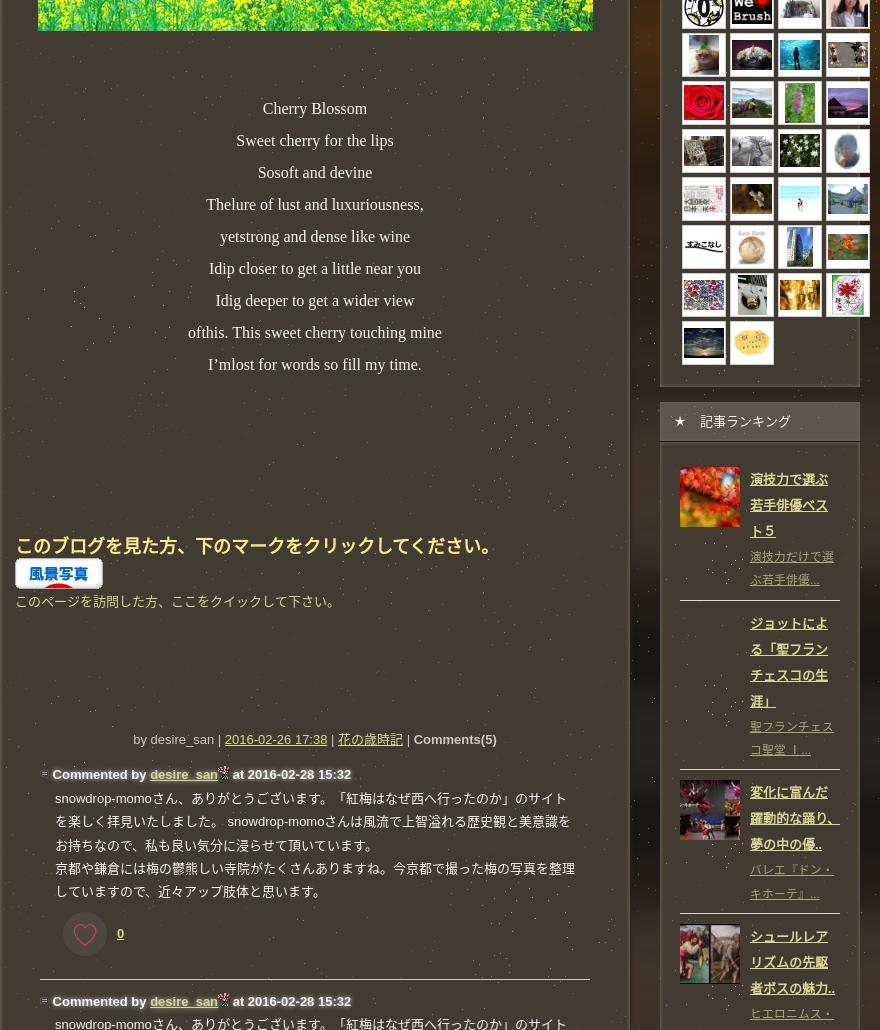 The height and width of the screenshot is (1030, 880). I want to click on '5', so click(488, 739).